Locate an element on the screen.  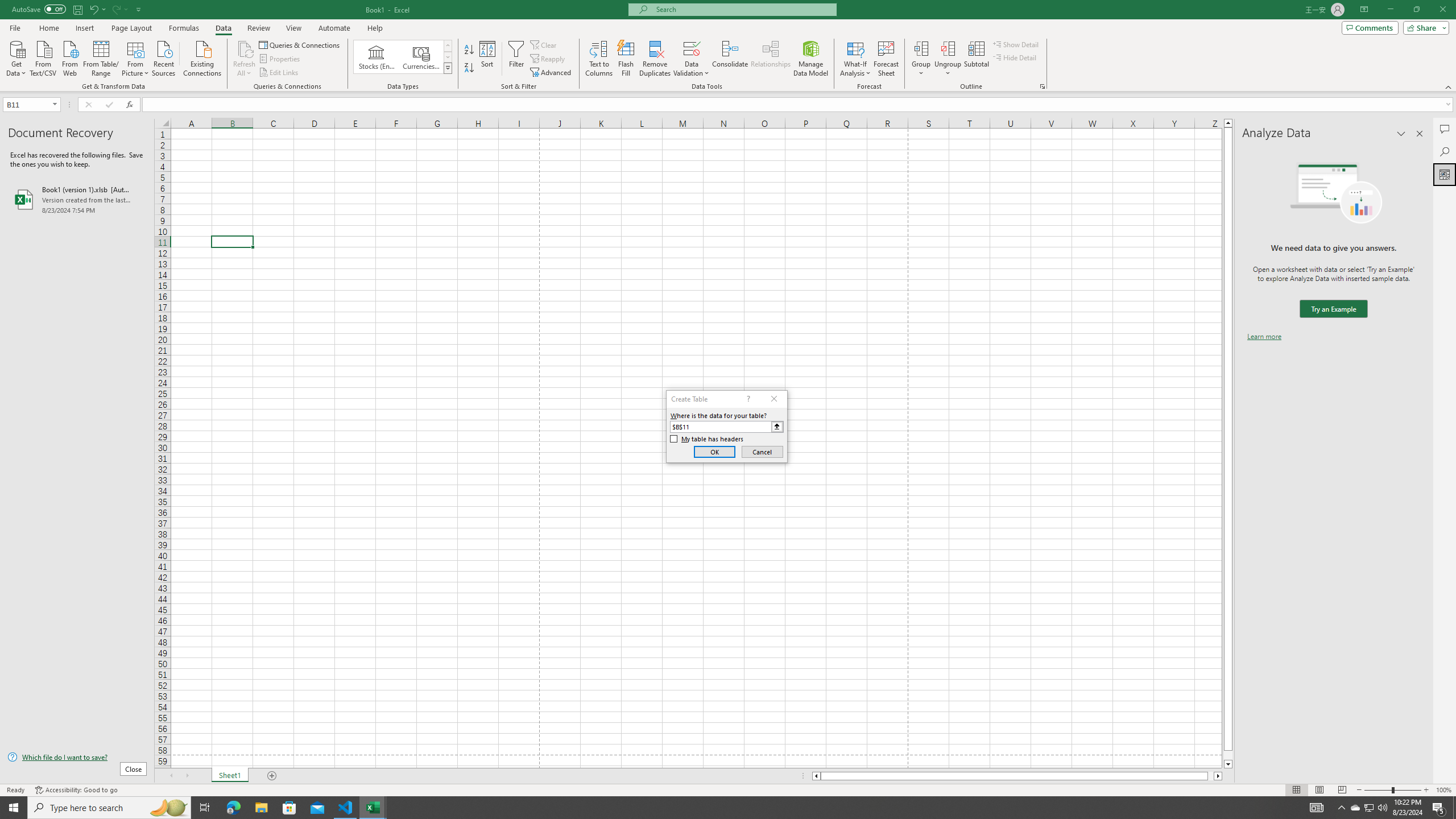
'Formulas' is located at coordinates (185, 28).